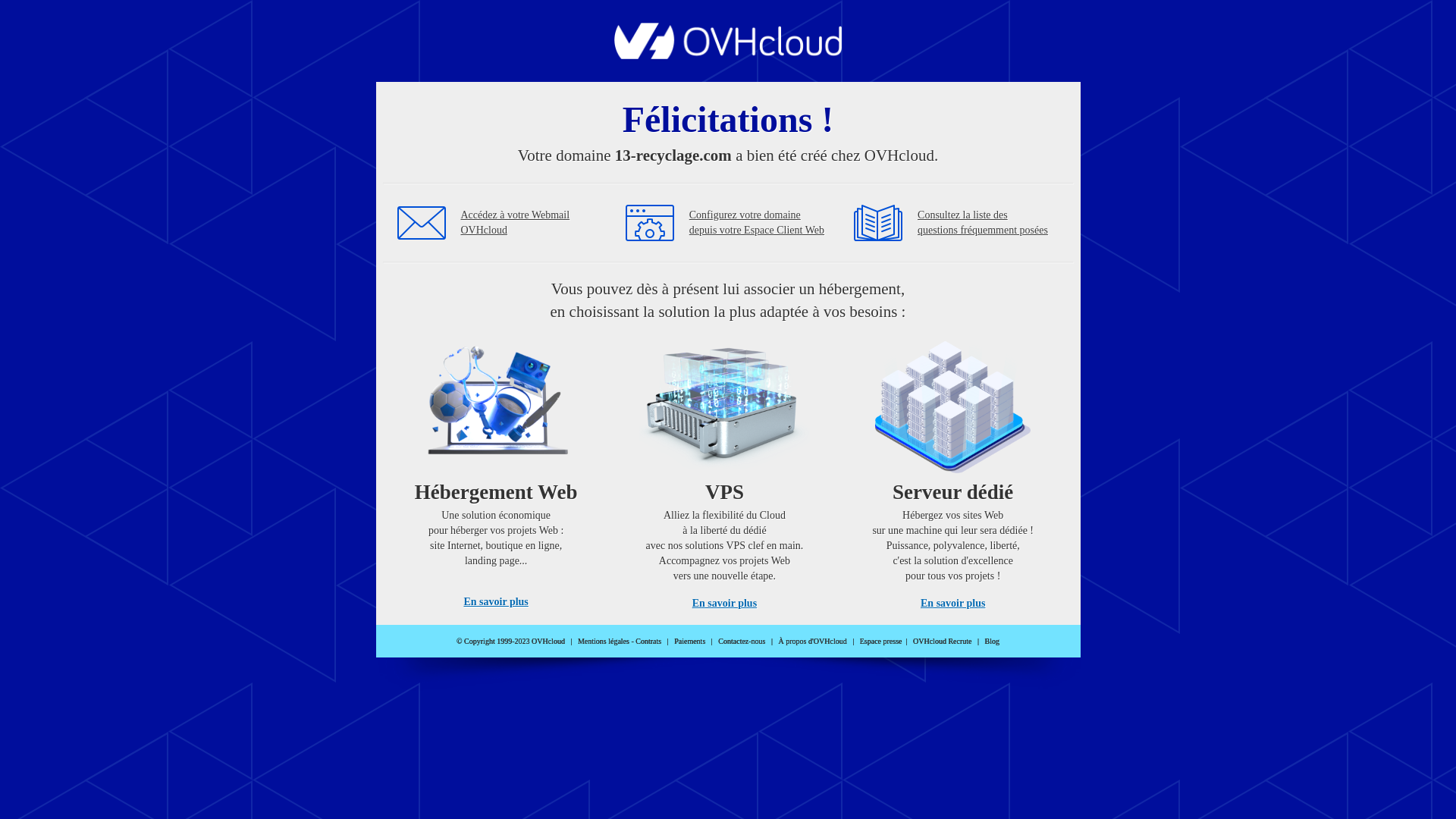 The image size is (1456, 819). Describe the element at coordinates (728, 54) in the screenshot. I see `'OVHcloud'` at that location.